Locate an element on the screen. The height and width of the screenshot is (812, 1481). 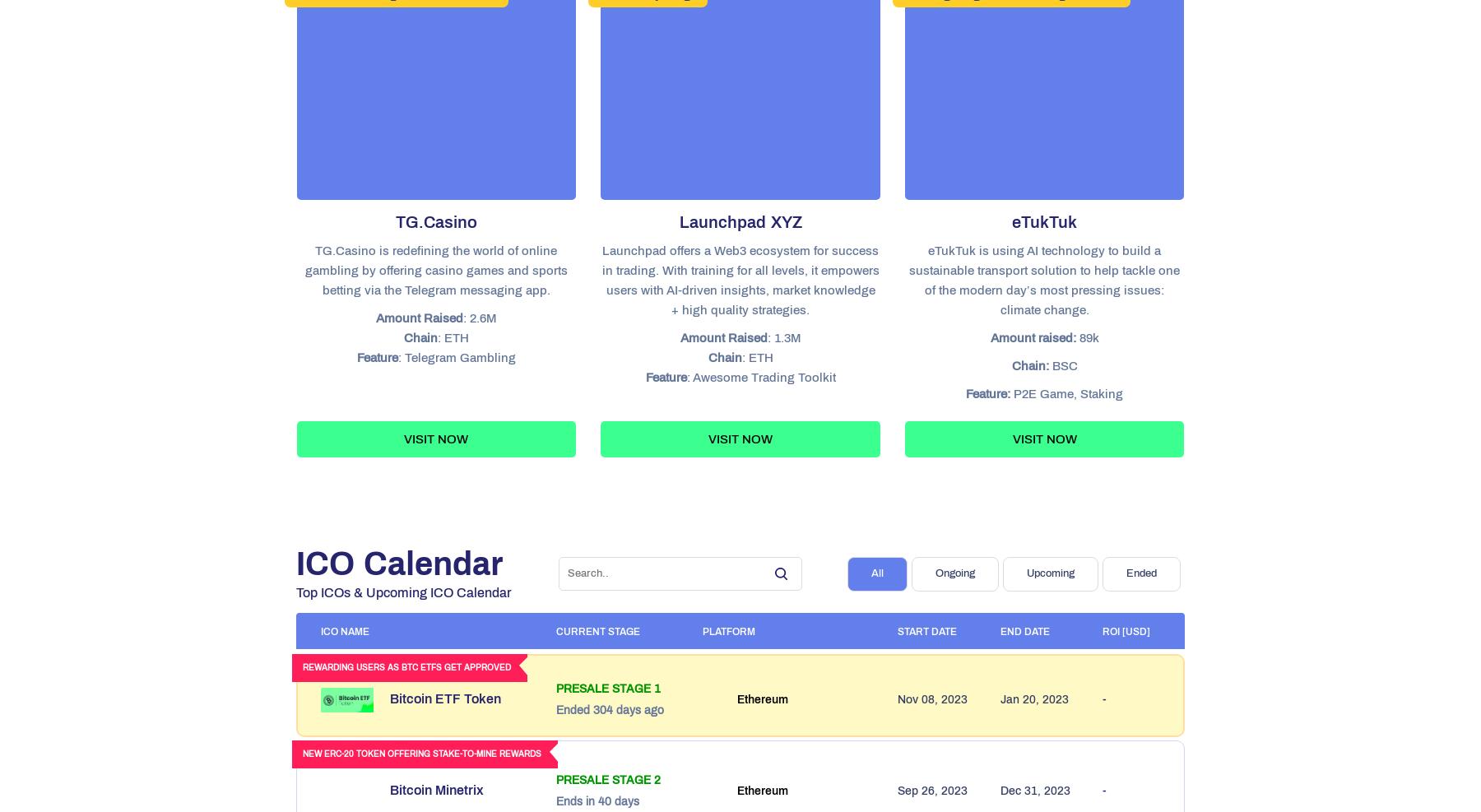
'CURRENT STAGE' is located at coordinates (597, 630).